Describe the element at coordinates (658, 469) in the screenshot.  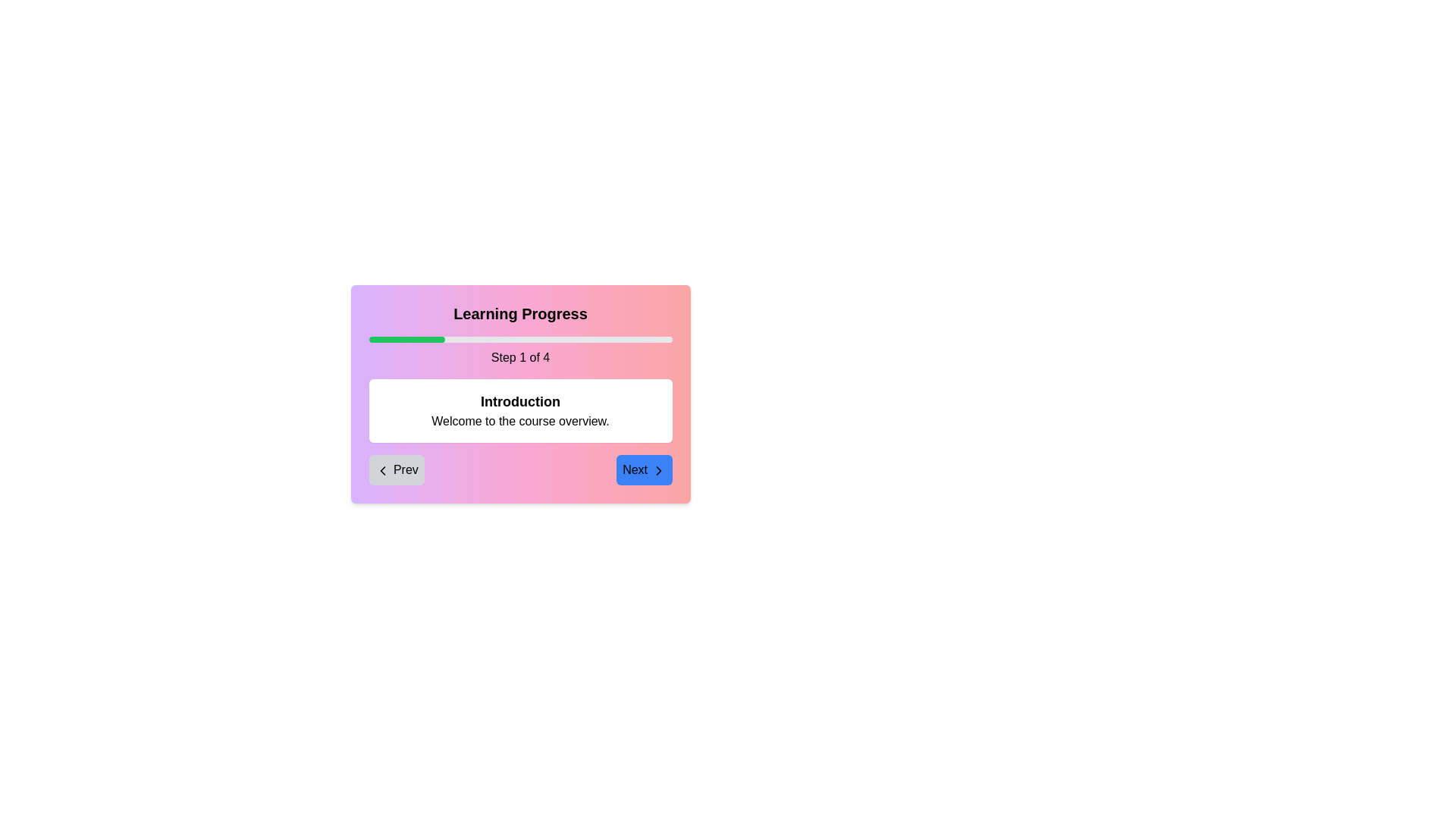
I see `the rightward-pointing arrow icon within the 'Next' button` at that location.